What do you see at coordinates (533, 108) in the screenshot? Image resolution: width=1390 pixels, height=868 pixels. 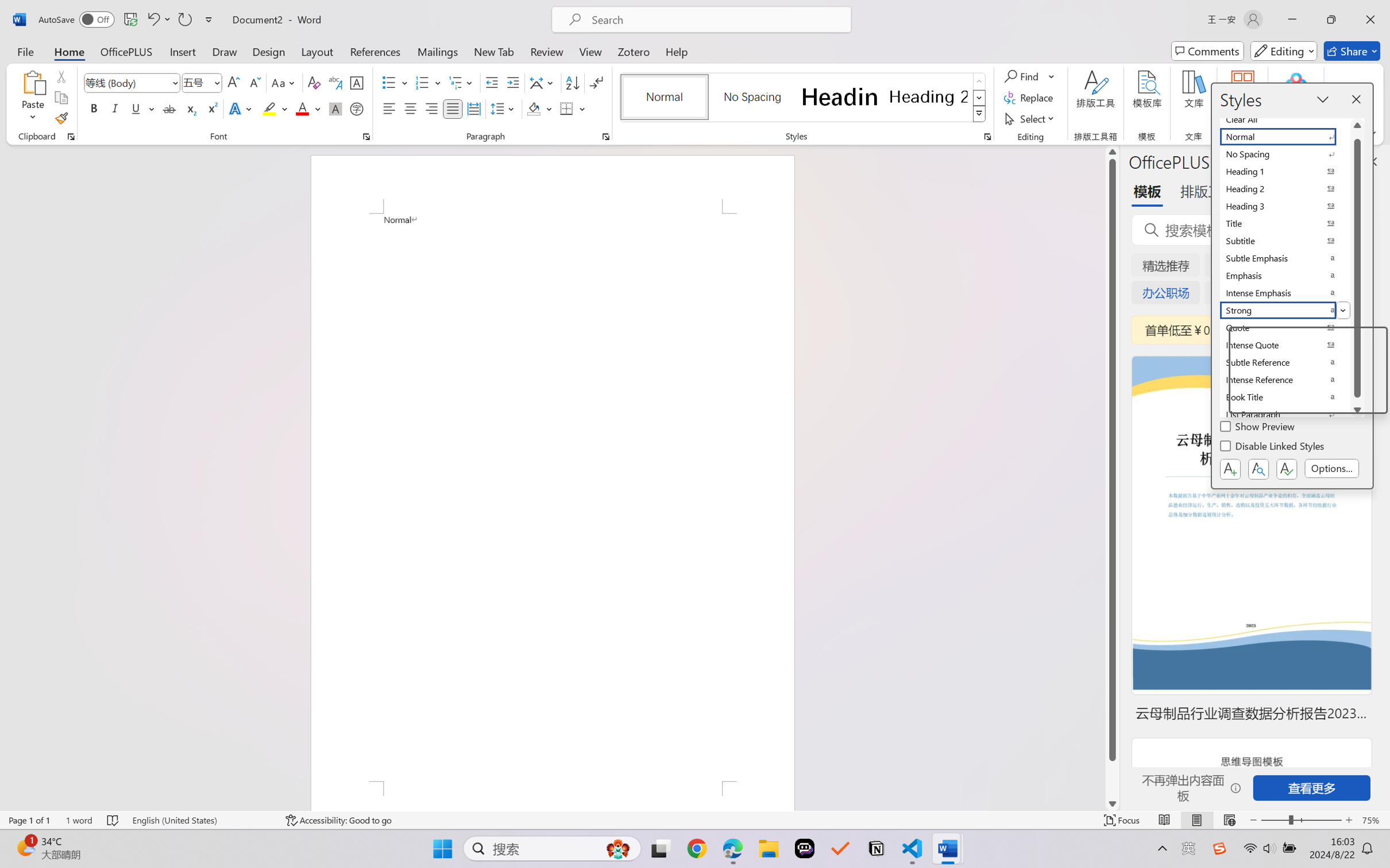 I see `'Shading RGB(0, 0, 0)'` at bounding box center [533, 108].